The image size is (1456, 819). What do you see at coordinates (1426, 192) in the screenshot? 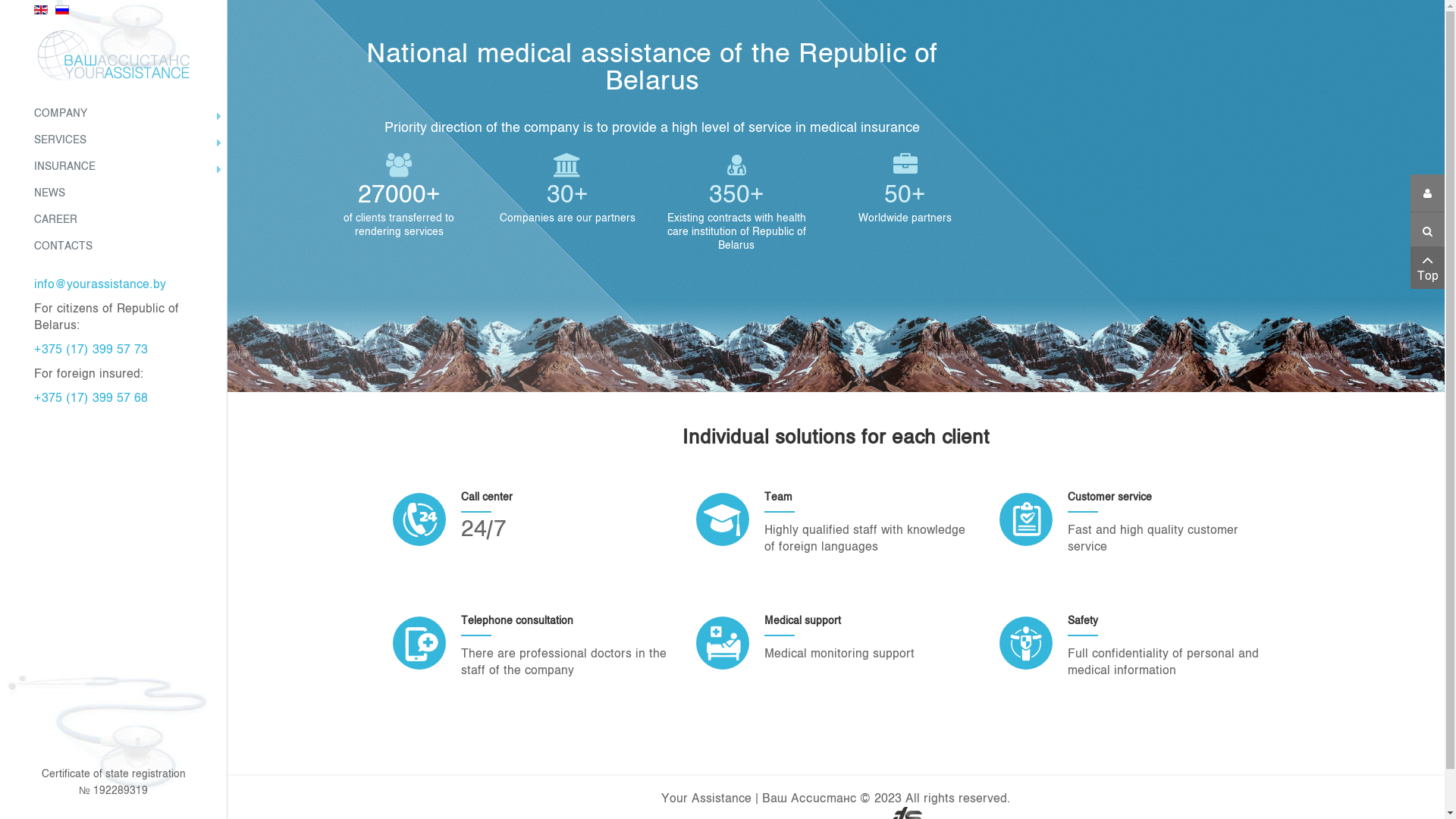
I see `'Login'` at bounding box center [1426, 192].